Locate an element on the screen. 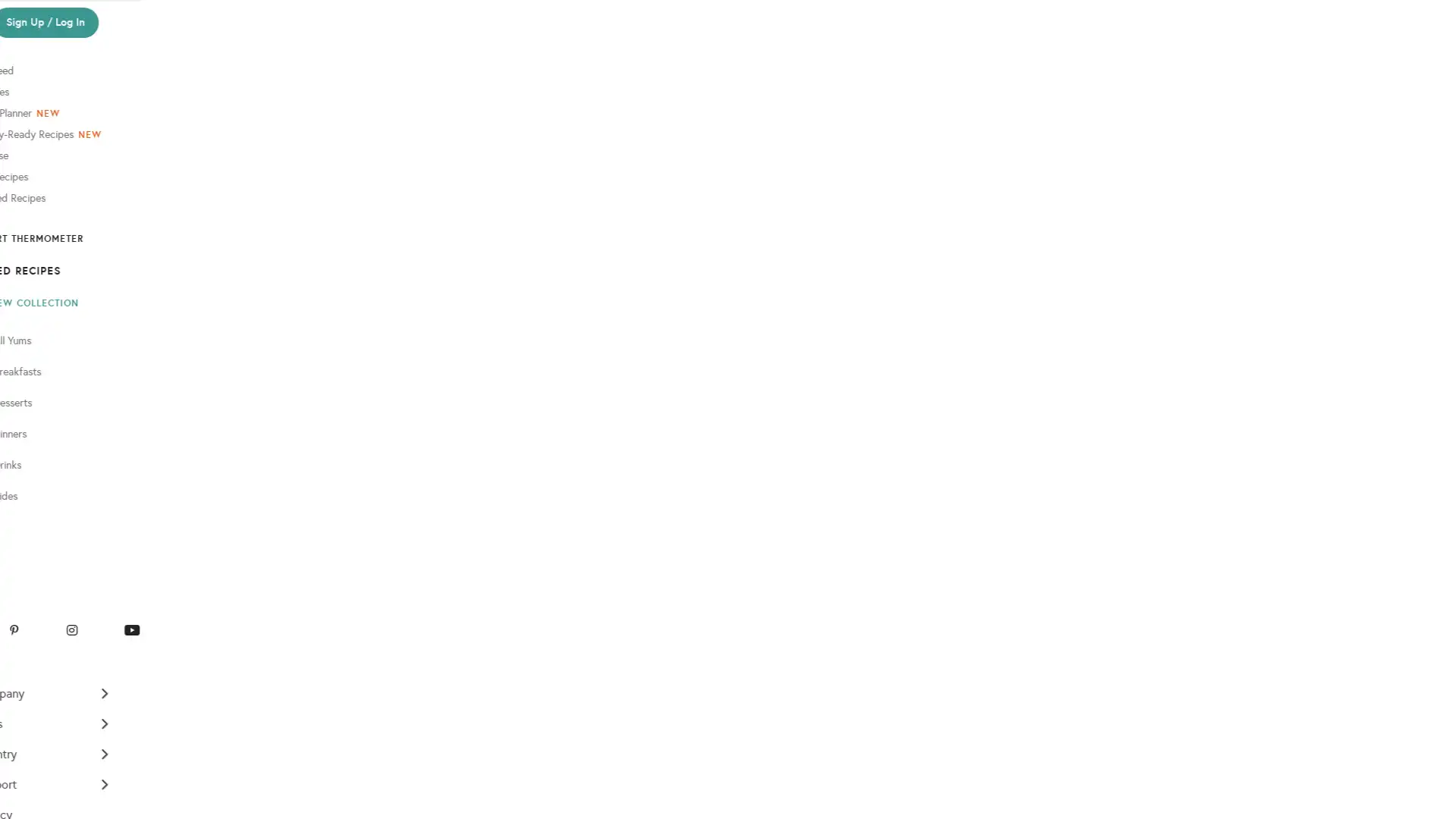  Do Not Sell My Personal Information is located at coordinates (81, 479).